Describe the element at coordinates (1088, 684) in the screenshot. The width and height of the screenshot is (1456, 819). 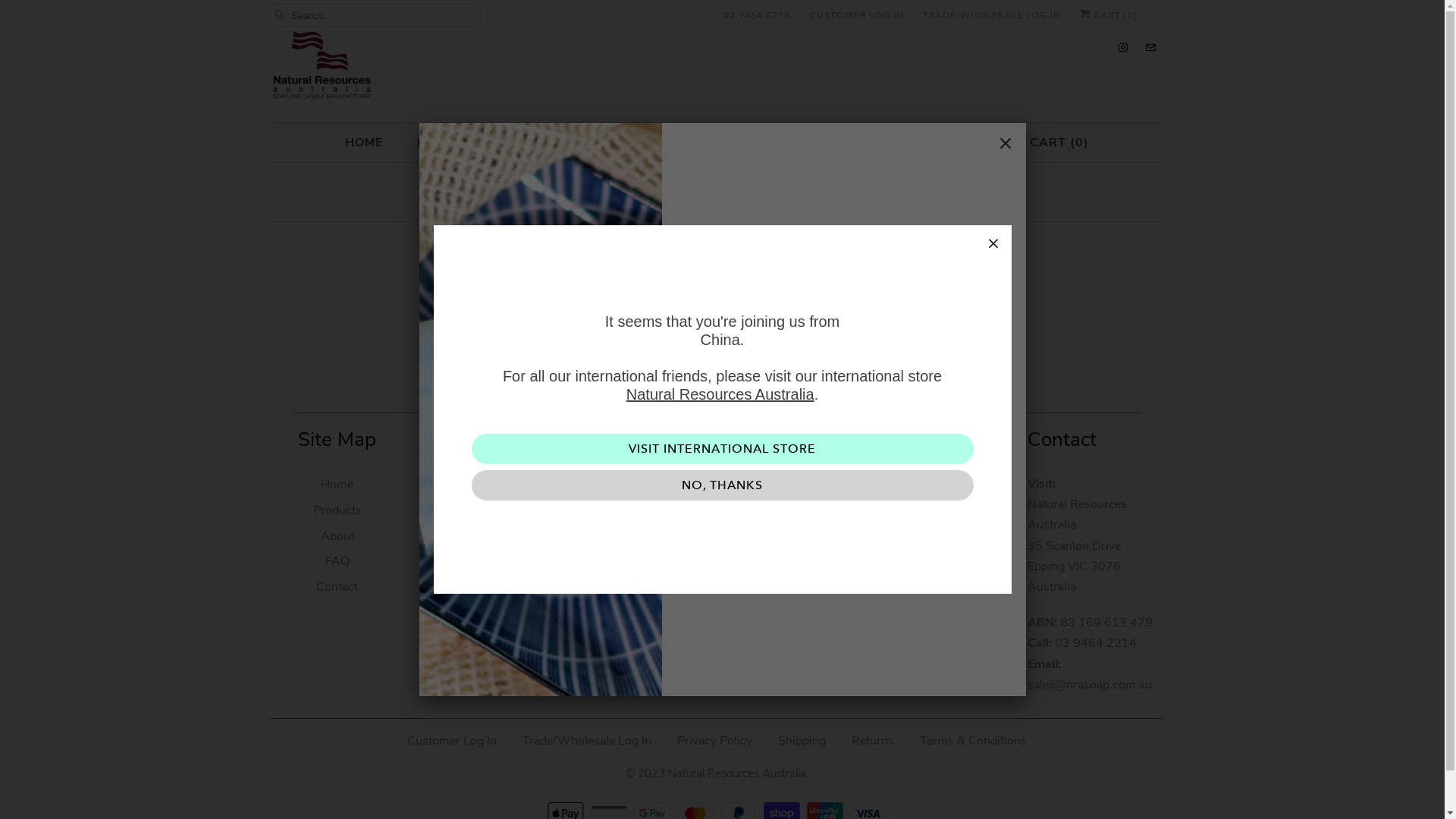
I see `'sales@nrasoap.com.au'` at that location.